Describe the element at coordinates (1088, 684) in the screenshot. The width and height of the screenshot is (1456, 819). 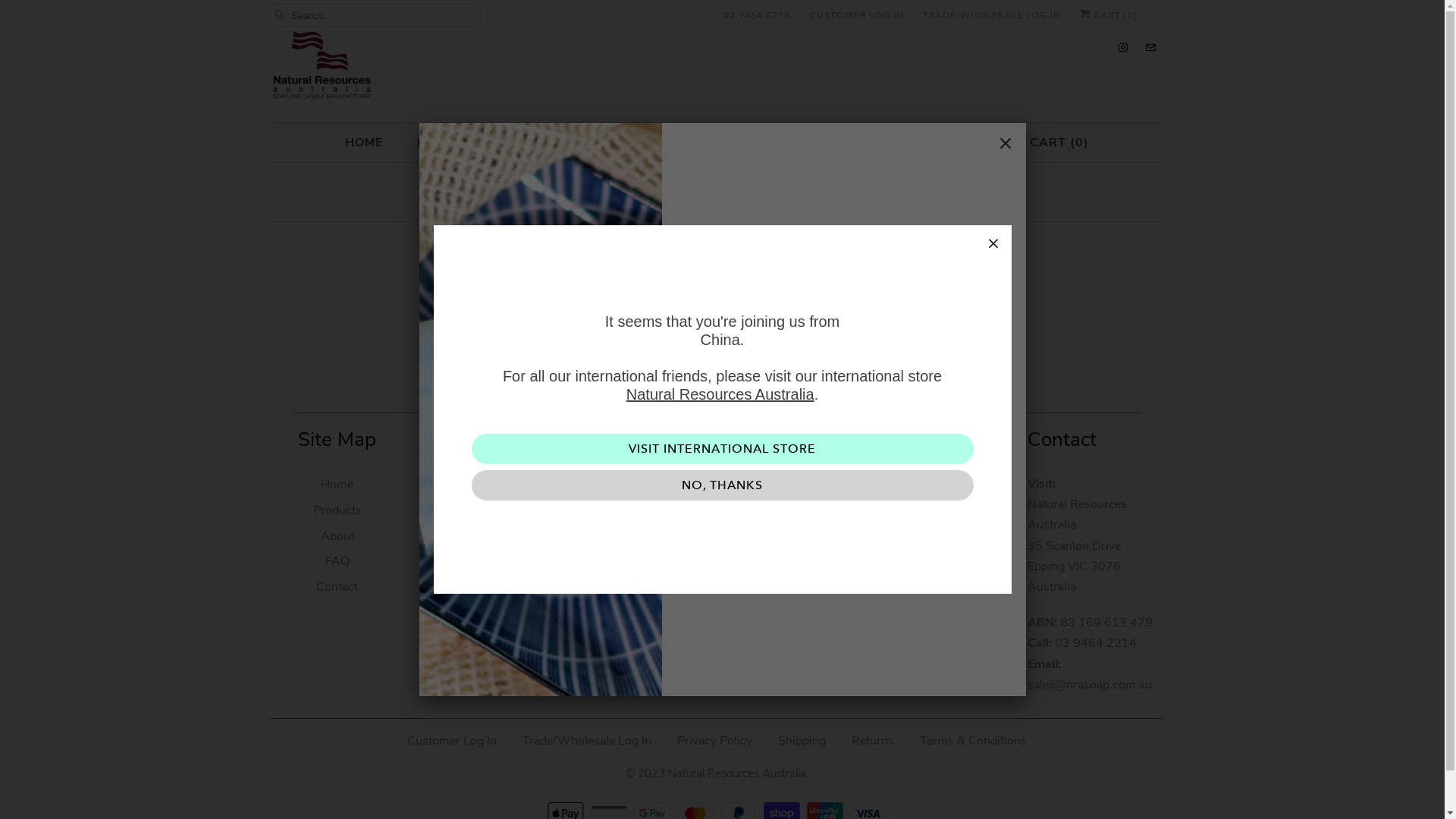
I see `'sales@nrasoap.com.au'` at that location.